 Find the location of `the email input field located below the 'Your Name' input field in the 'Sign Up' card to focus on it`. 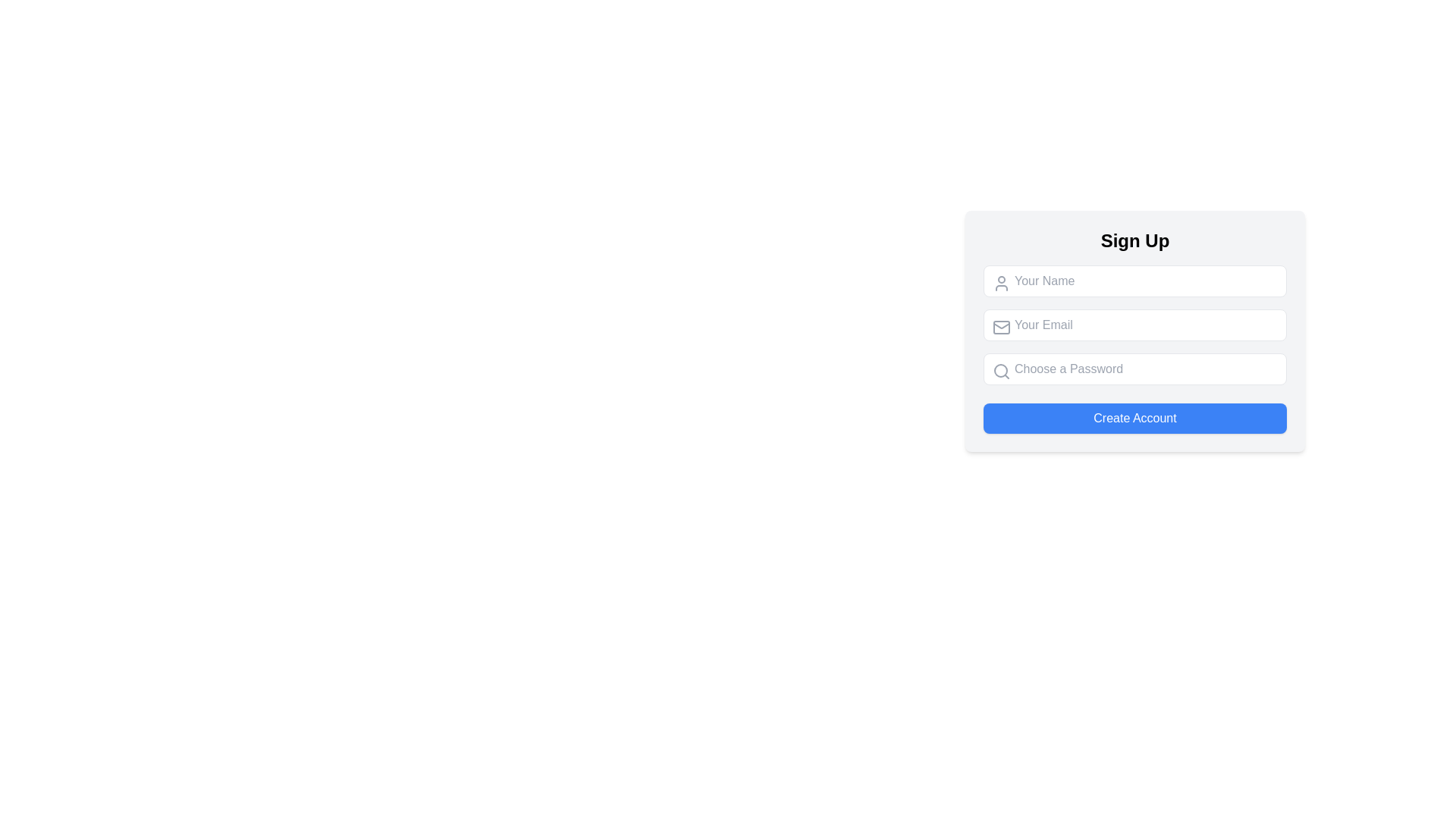

the email input field located below the 'Your Name' input field in the 'Sign Up' card to focus on it is located at coordinates (1135, 324).